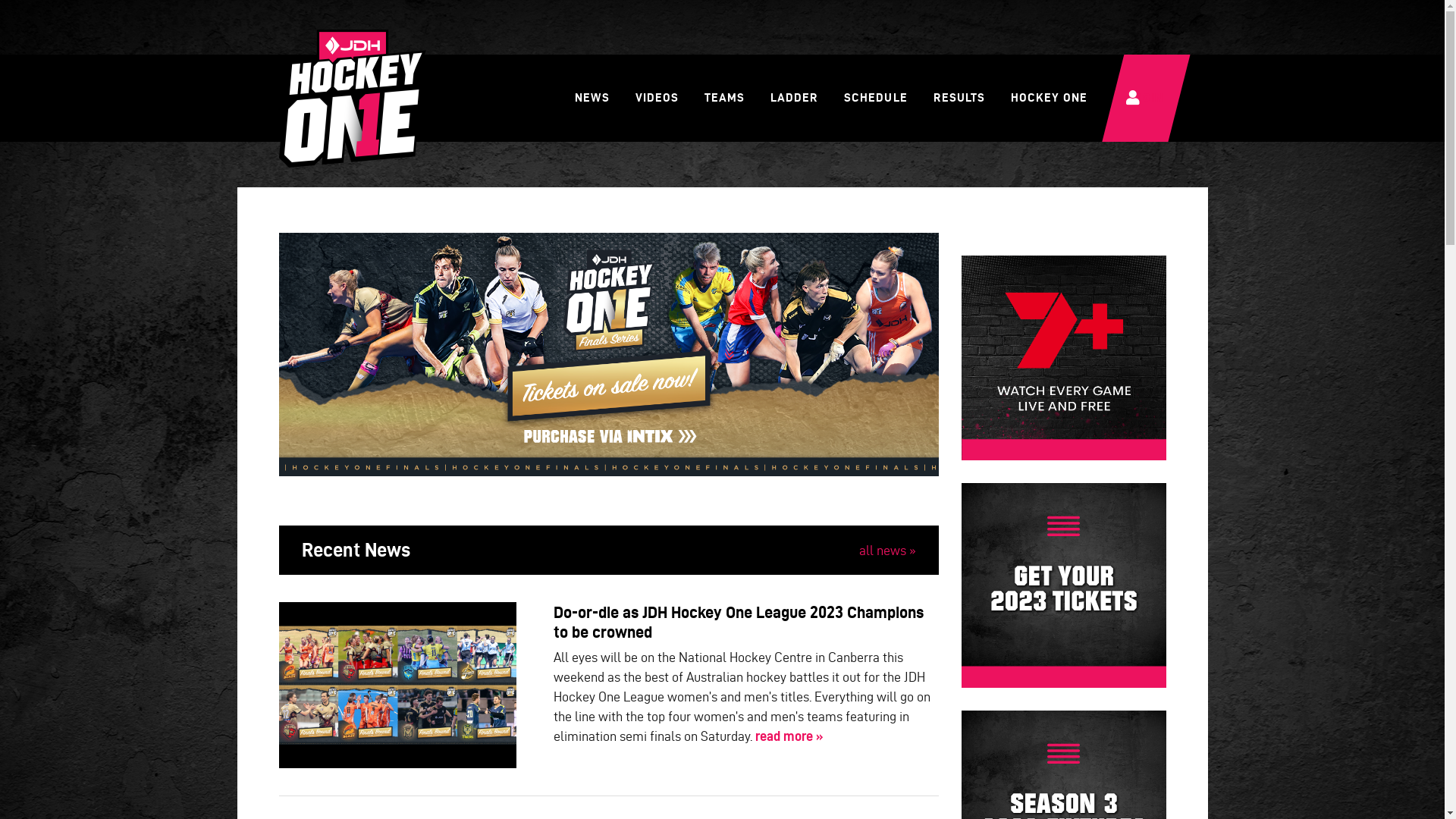 Image resolution: width=1456 pixels, height=819 pixels. What do you see at coordinates (959, 98) in the screenshot?
I see `'RESULTS'` at bounding box center [959, 98].